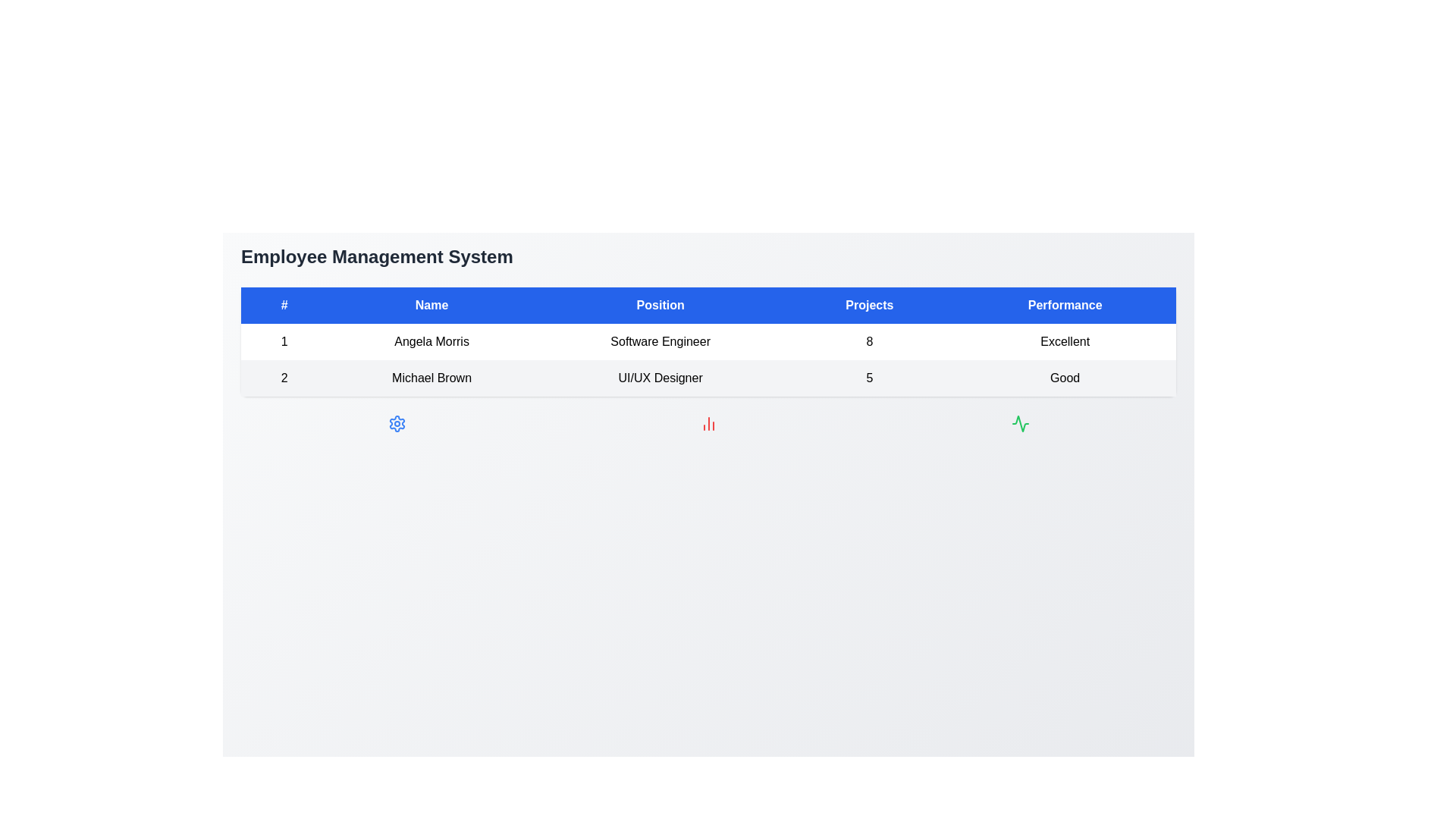 The image size is (1456, 819). Describe the element at coordinates (869, 342) in the screenshot. I see `the numeric detail in the fourth cell of the first row of the table, which indicates the number of projects attributed to an individual, for copying` at that location.